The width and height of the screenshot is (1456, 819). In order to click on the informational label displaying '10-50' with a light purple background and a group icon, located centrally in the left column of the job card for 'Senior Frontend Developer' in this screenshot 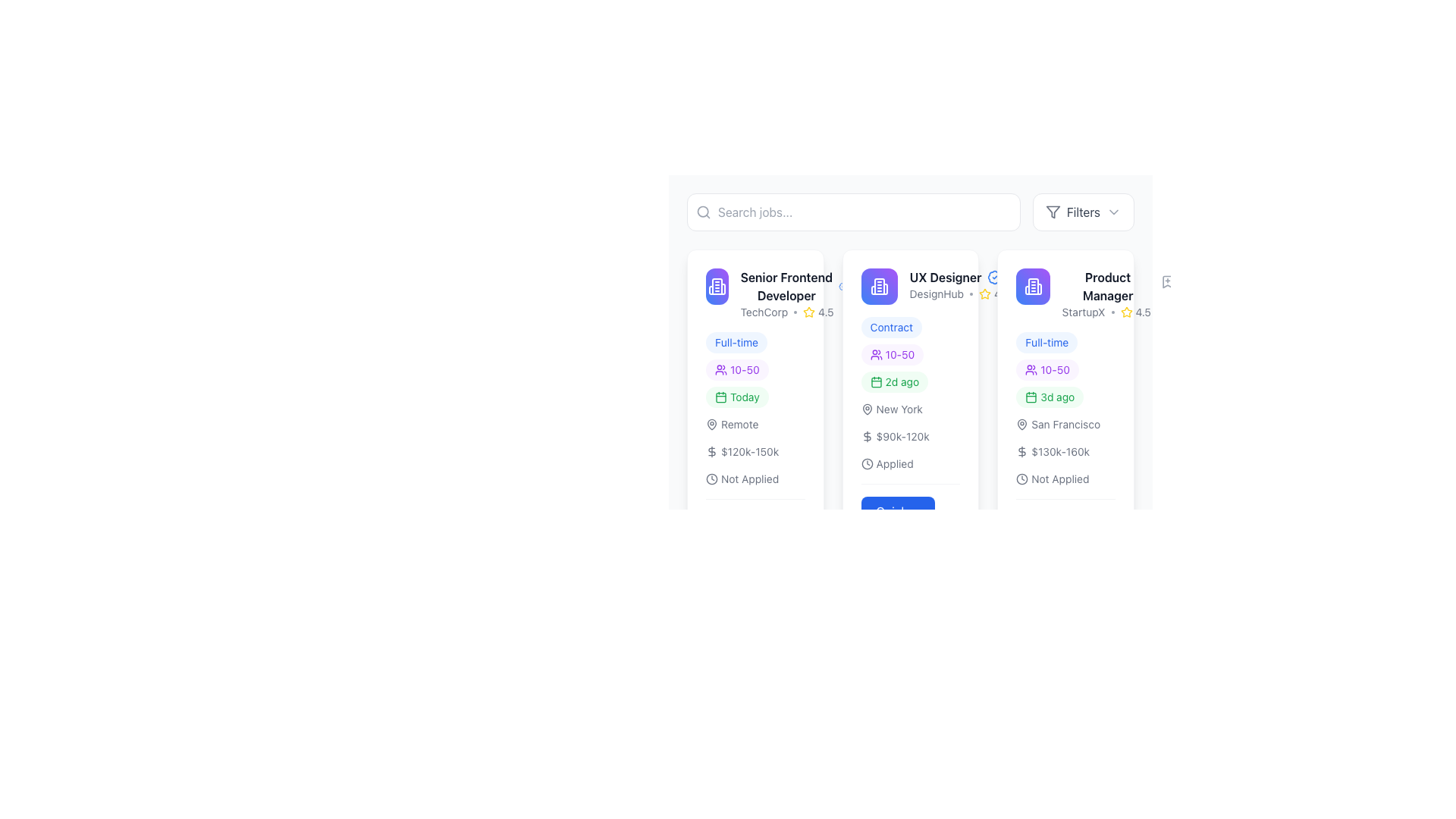, I will do `click(737, 370)`.